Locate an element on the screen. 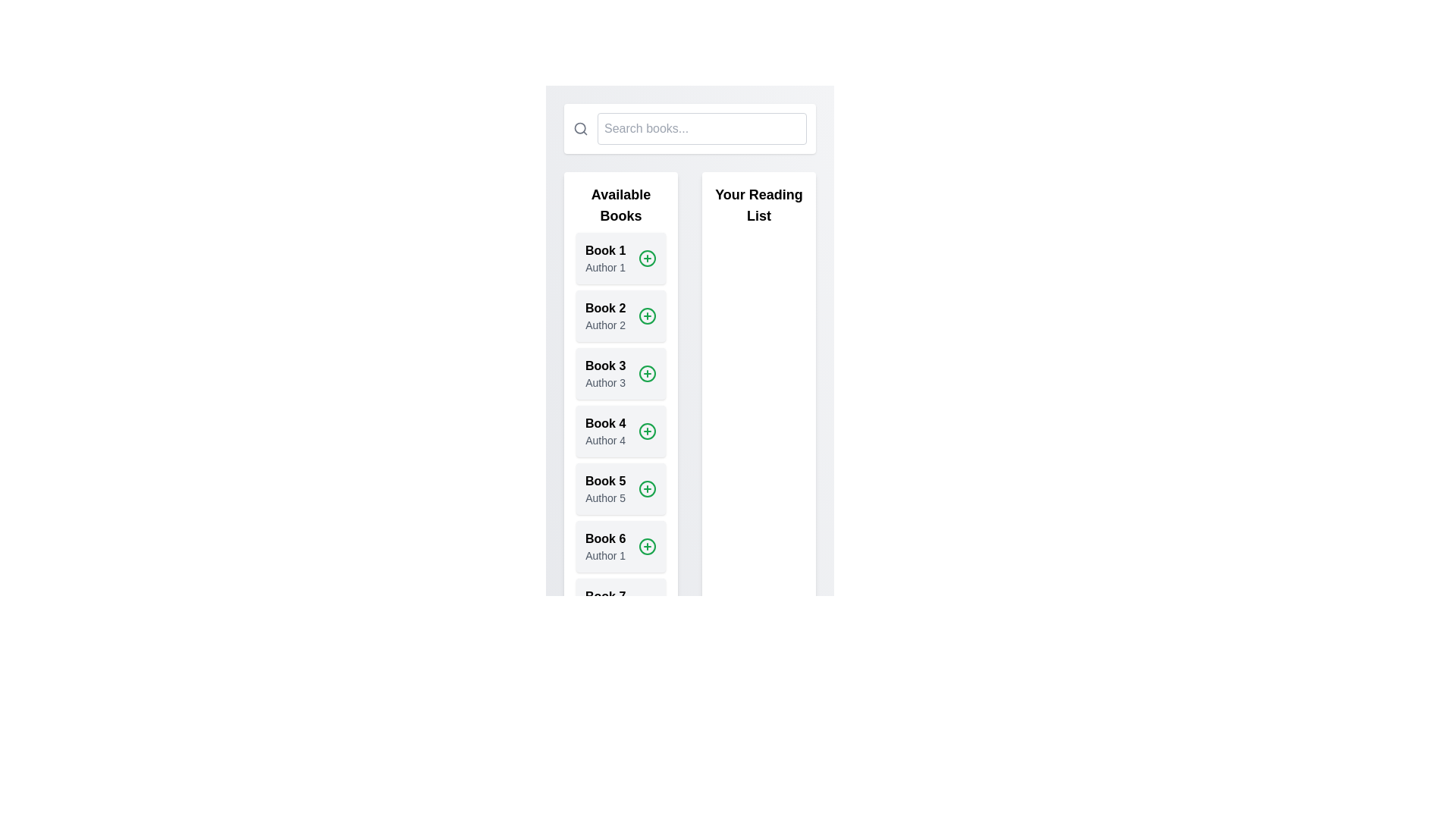 The image size is (1456, 819). the '+' icon on the sixth card-like item in the 'Available Books' list is located at coordinates (621, 547).